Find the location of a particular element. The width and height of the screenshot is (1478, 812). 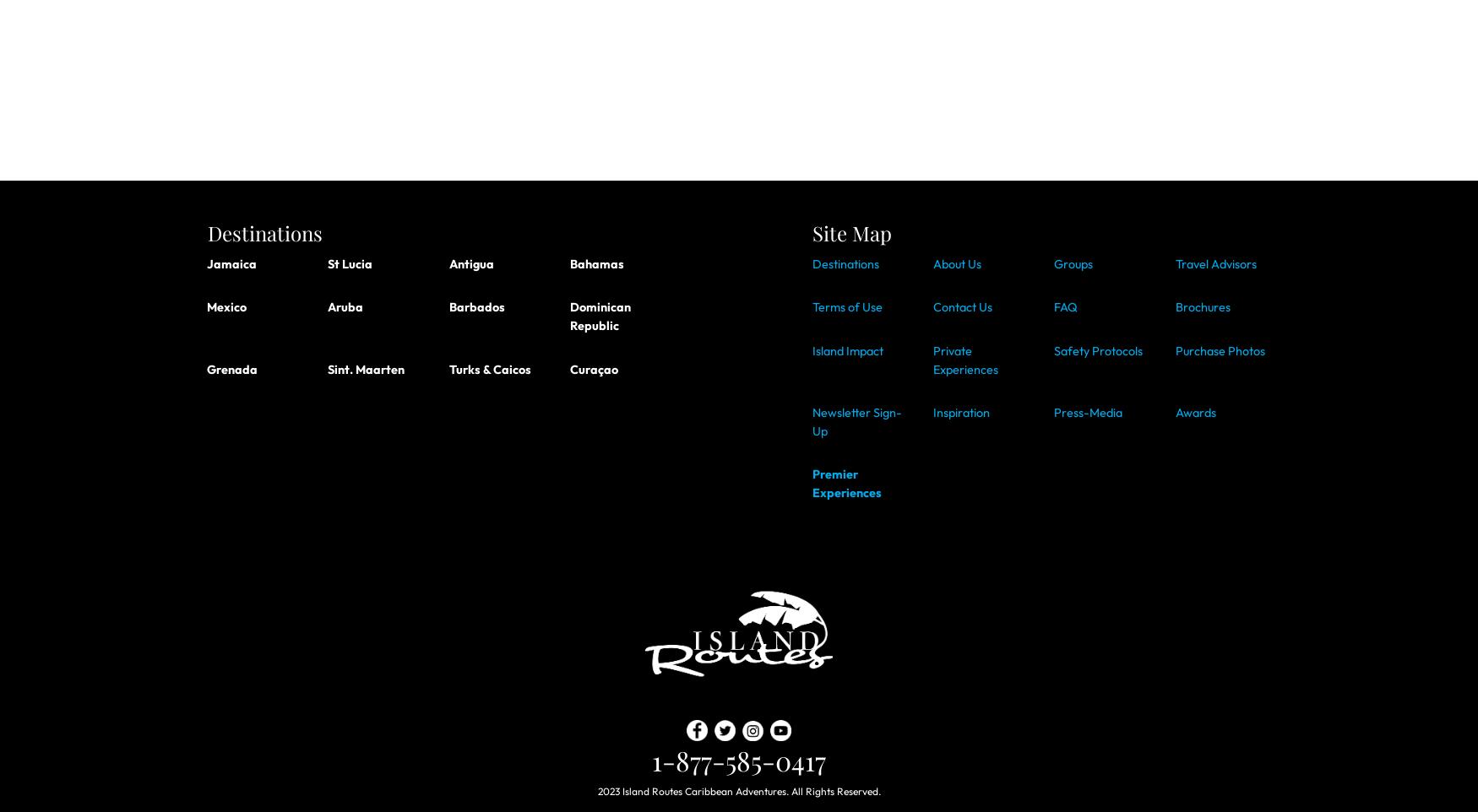

'Inspiration' is located at coordinates (959, 411).